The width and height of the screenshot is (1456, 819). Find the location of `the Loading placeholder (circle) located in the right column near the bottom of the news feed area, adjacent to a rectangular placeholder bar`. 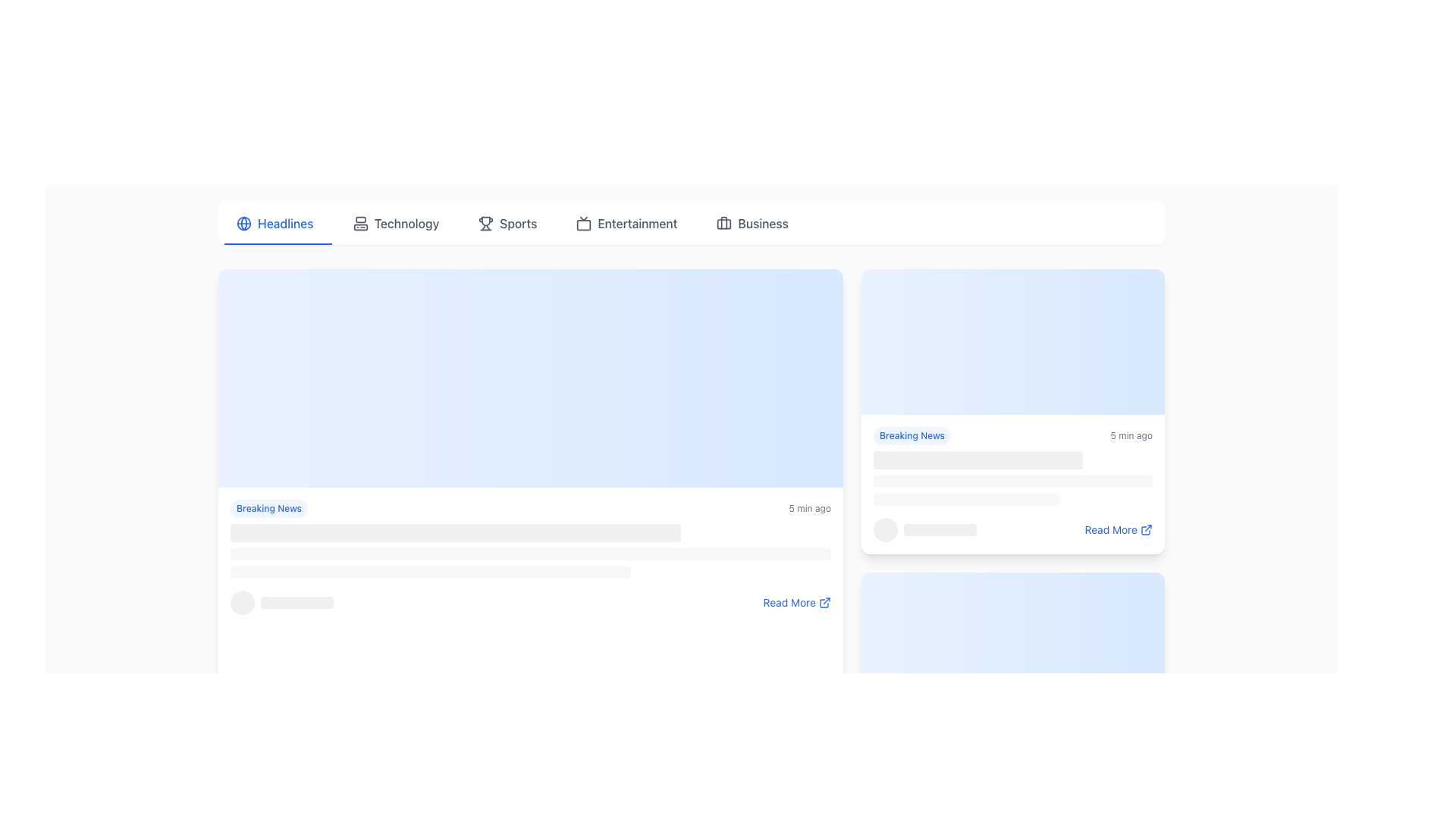

the Loading placeholder (circle) located in the right column near the bottom of the news feed area, adjacent to a rectangular placeholder bar is located at coordinates (885, 529).